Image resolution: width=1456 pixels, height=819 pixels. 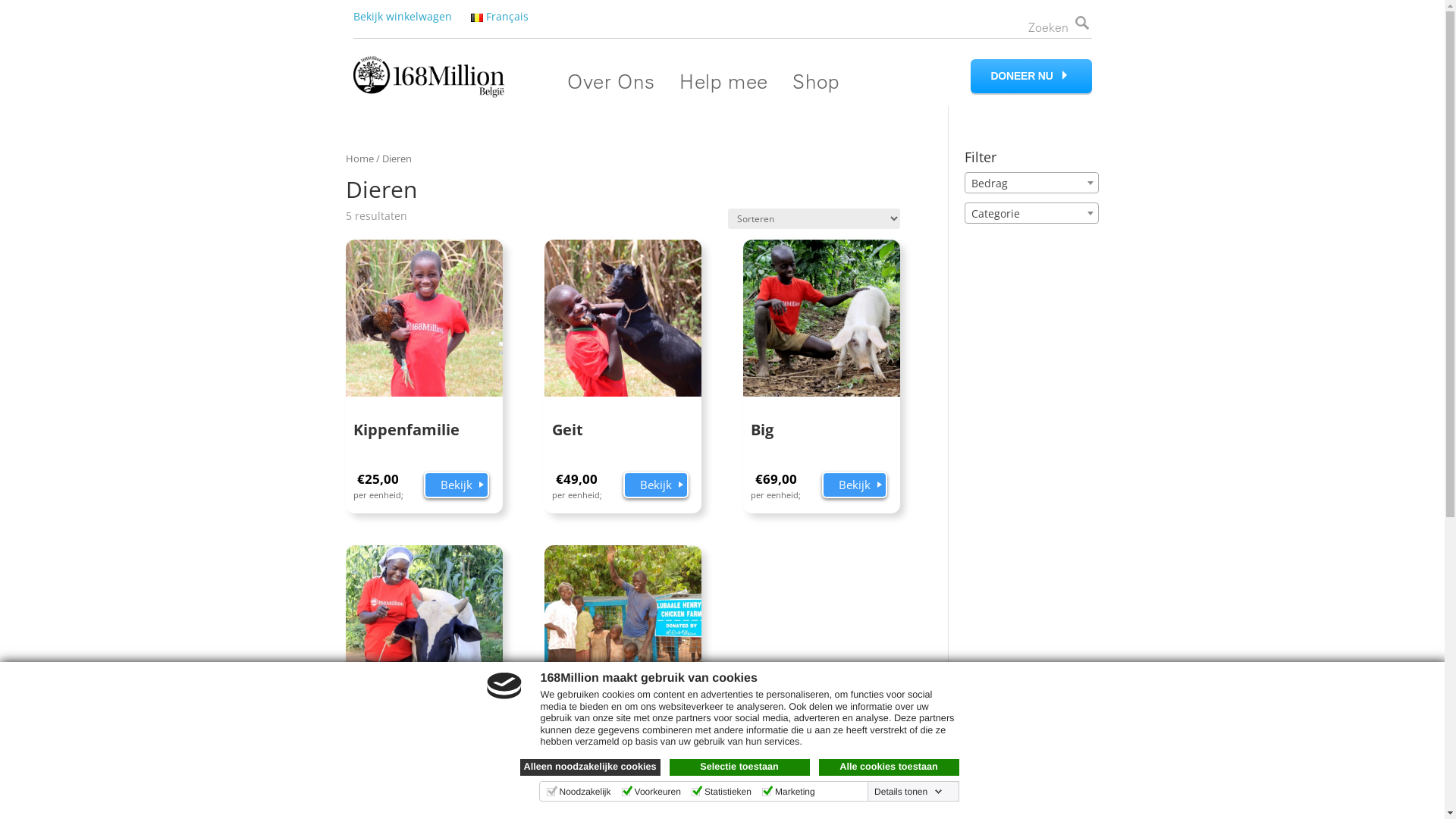 I want to click on 'Selectie toestaan', so click(x=739, y=767).